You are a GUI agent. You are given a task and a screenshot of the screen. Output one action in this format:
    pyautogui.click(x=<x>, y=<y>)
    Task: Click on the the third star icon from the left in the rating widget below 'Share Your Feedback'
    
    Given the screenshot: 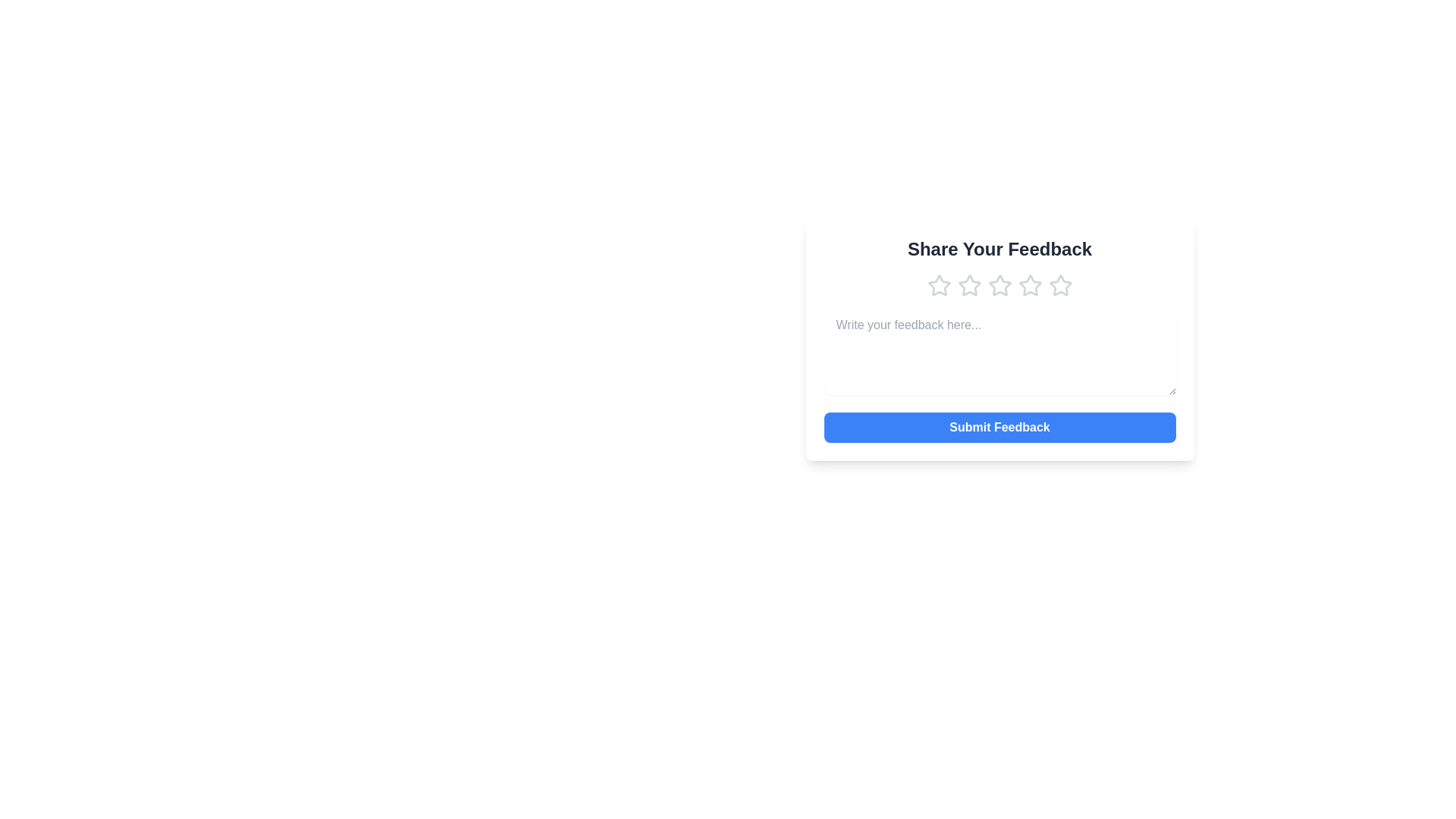 What is the action you would take?
    pyautogui.click(x=999, y=285)
    